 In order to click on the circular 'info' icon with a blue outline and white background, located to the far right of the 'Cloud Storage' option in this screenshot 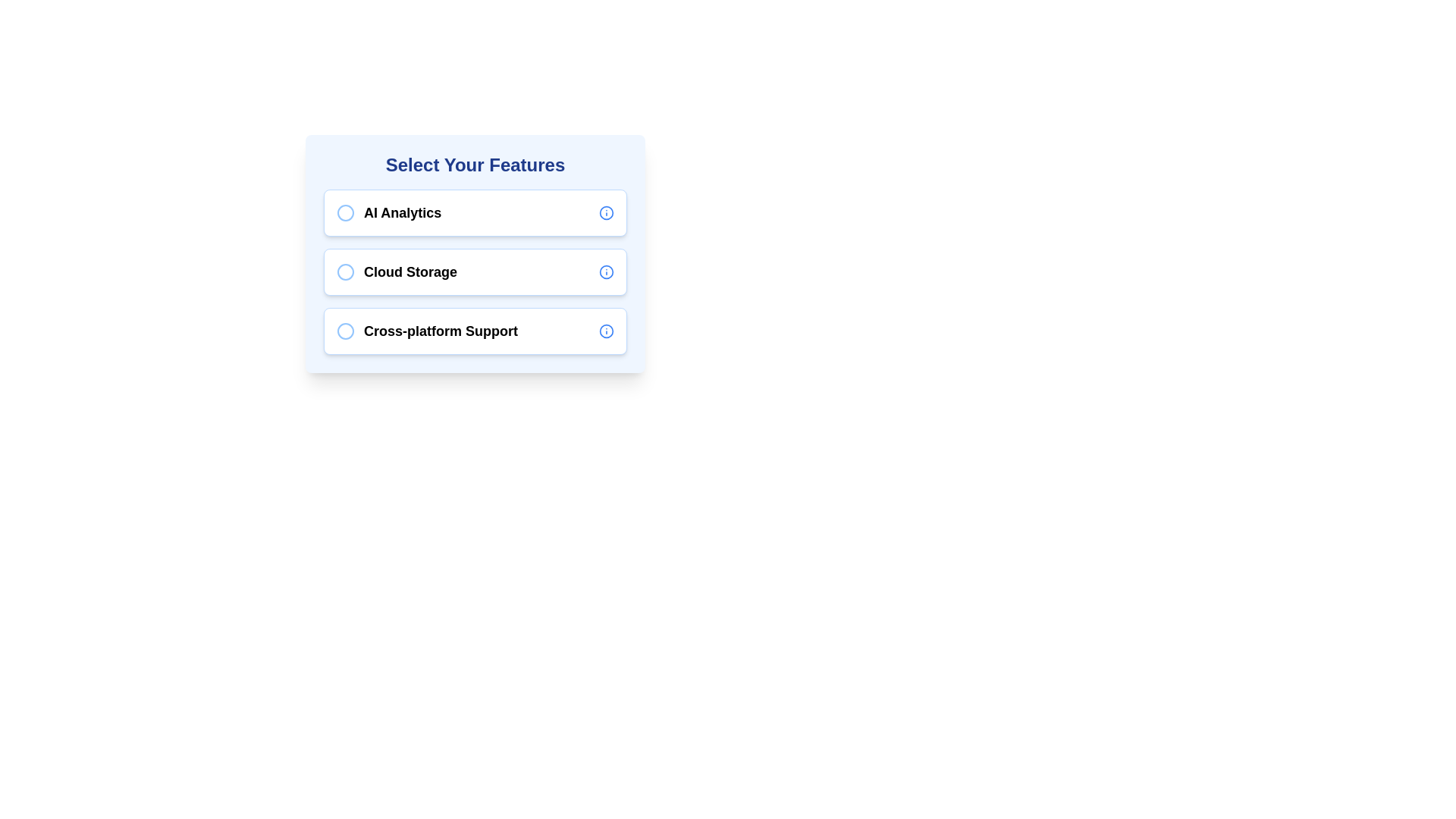, I will do `click(607, 271)`.